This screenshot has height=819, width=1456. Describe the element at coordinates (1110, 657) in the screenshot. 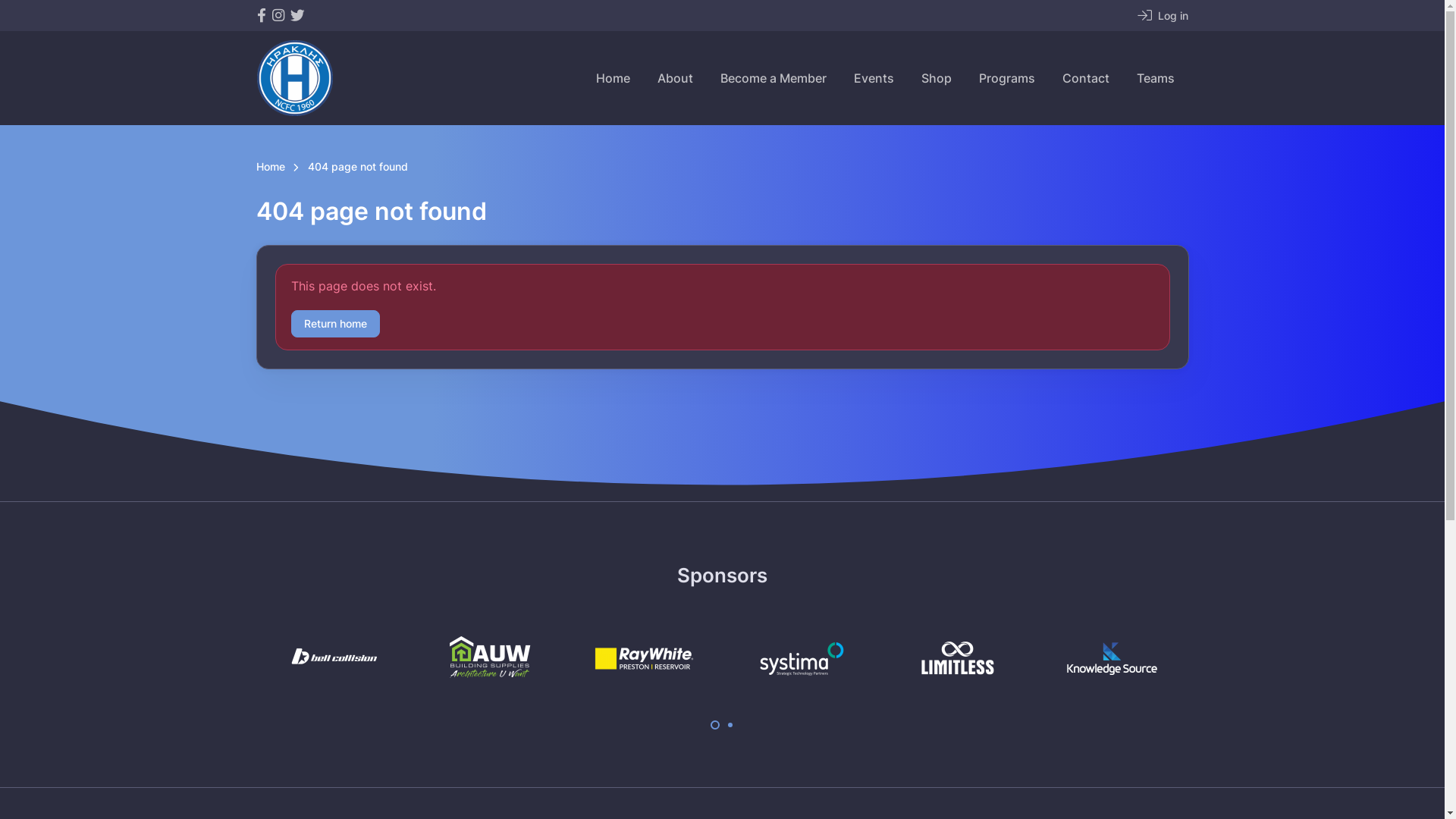

I see `'Knowledge Source'` at that location.